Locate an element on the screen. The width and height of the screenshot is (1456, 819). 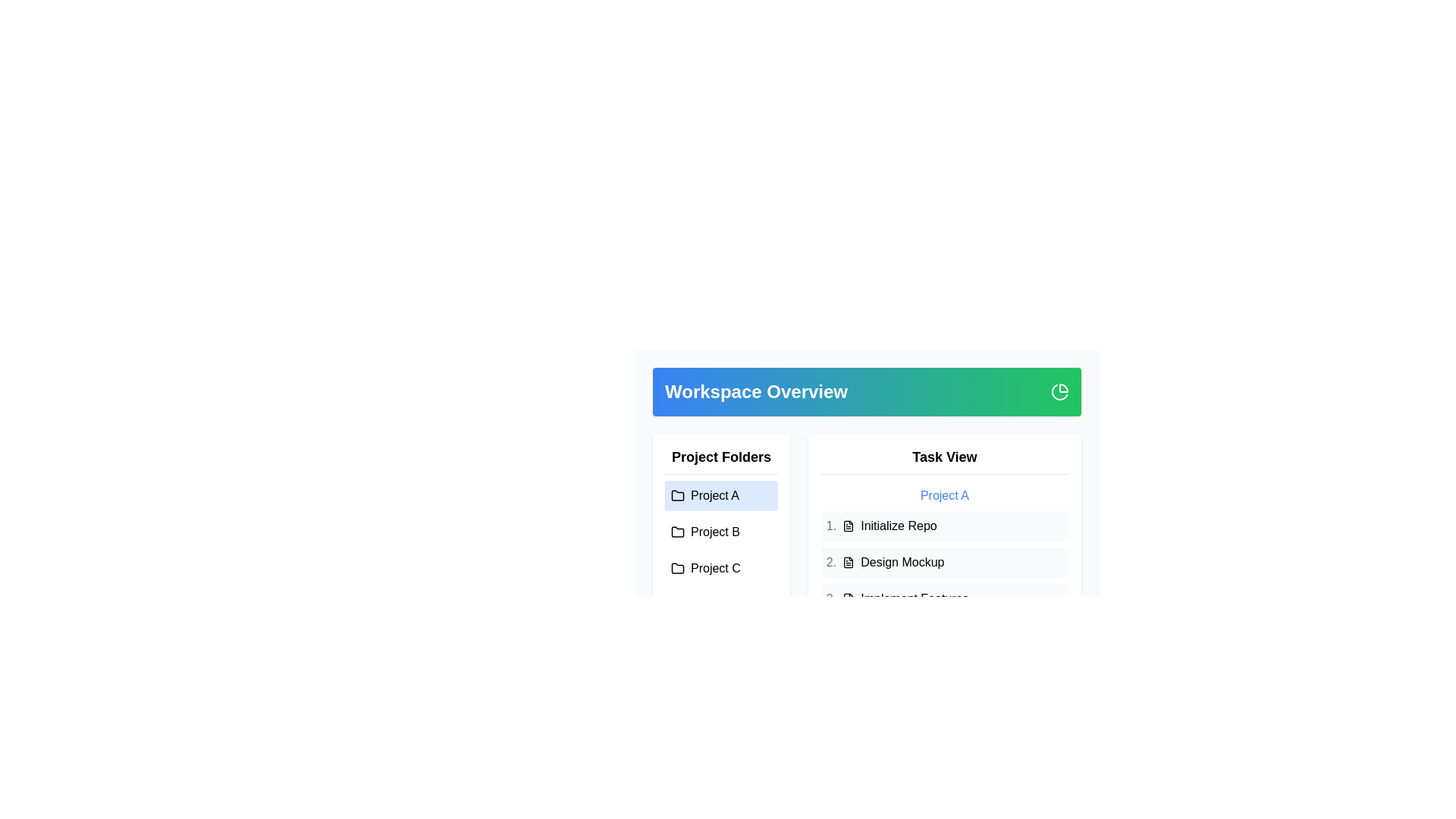
the task list item labeled 'Design Mockup' is located at coordinates (943, 562).